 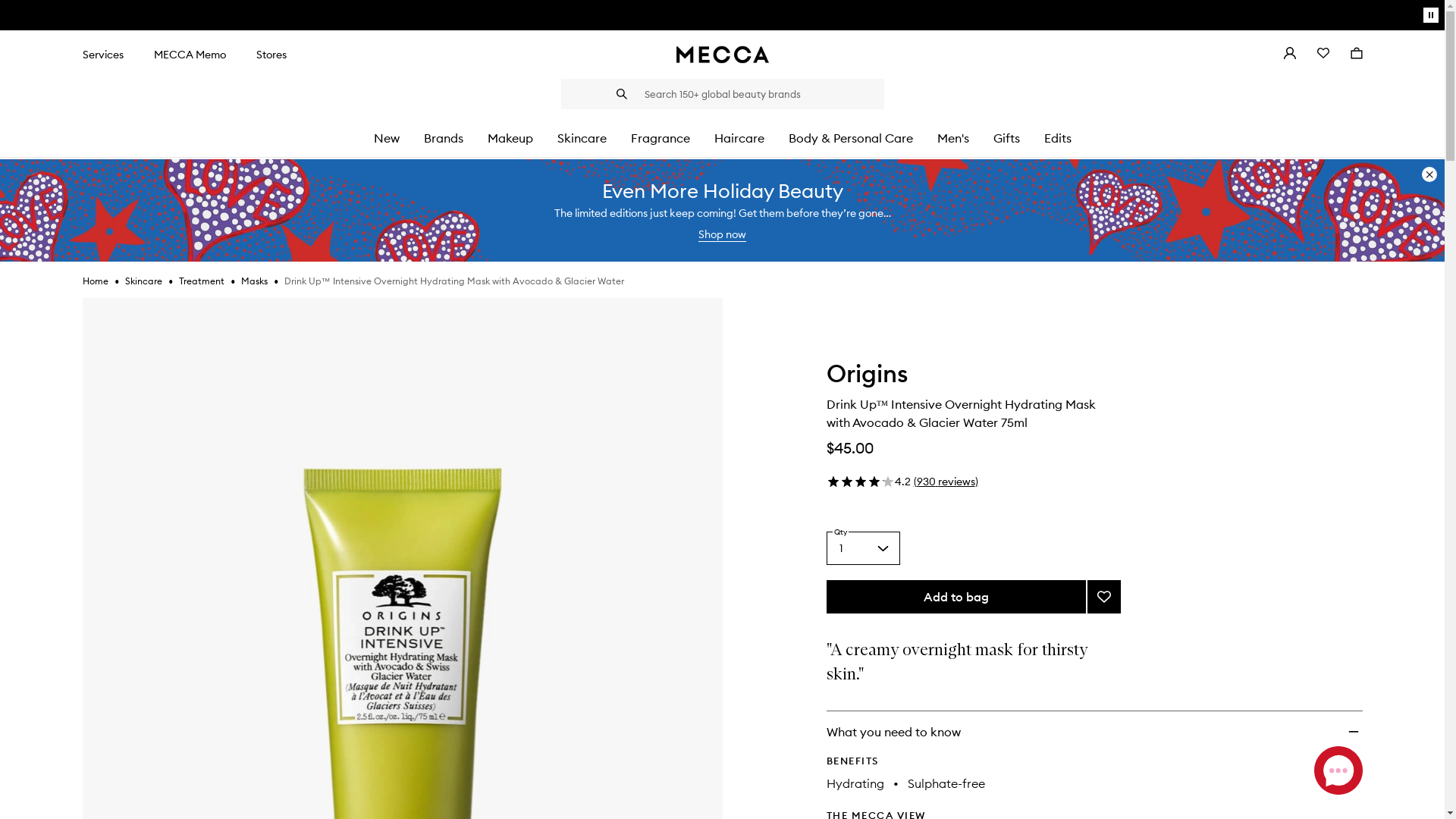 I want to click on 'Services', so click(x=101, y=54).